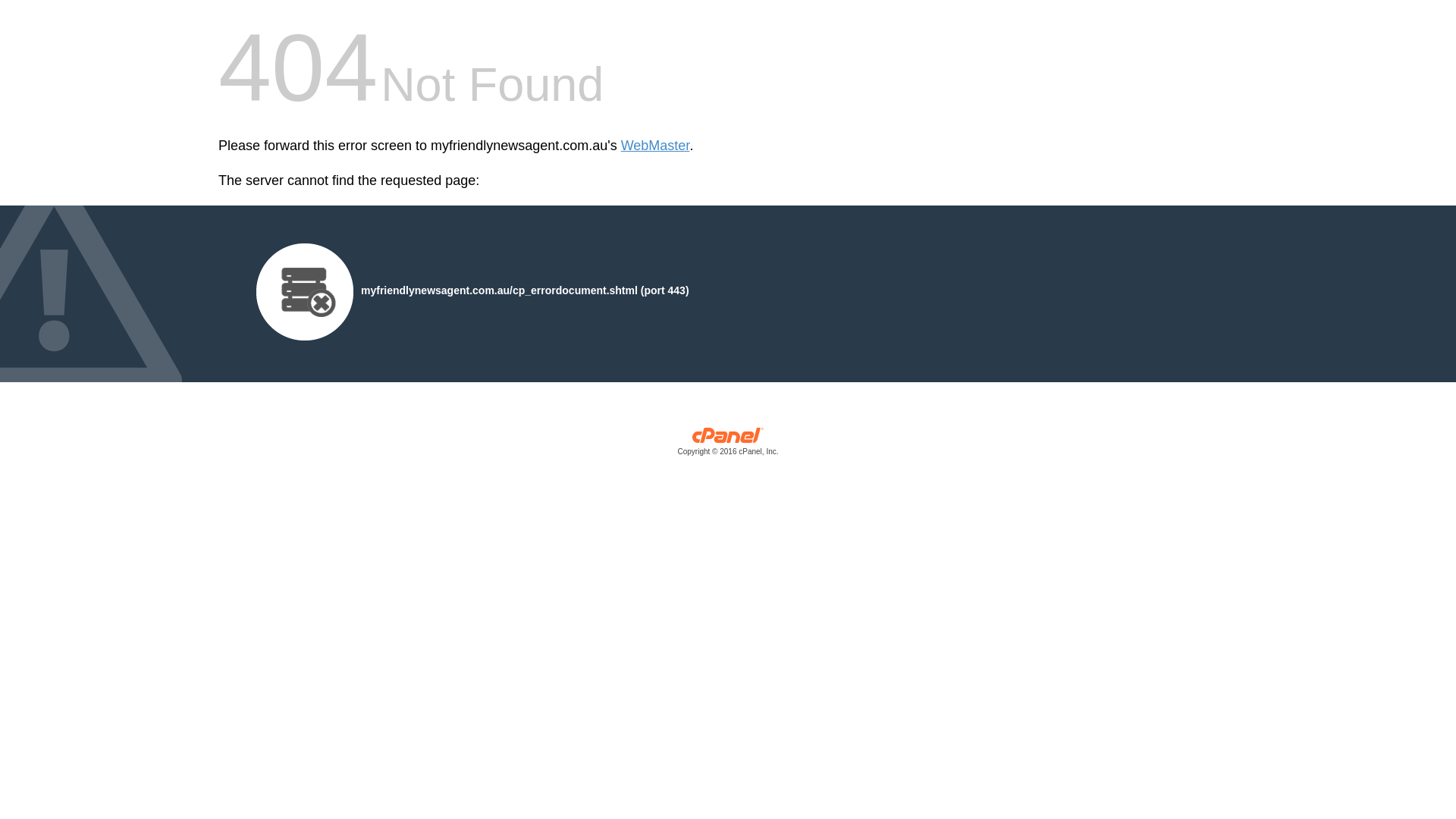 This screenshot has height=819, width=1456. What do you see at coordinates (621, 146) in the screenshot?
I see `'WebMaster'` at bounding box center [621, 146].